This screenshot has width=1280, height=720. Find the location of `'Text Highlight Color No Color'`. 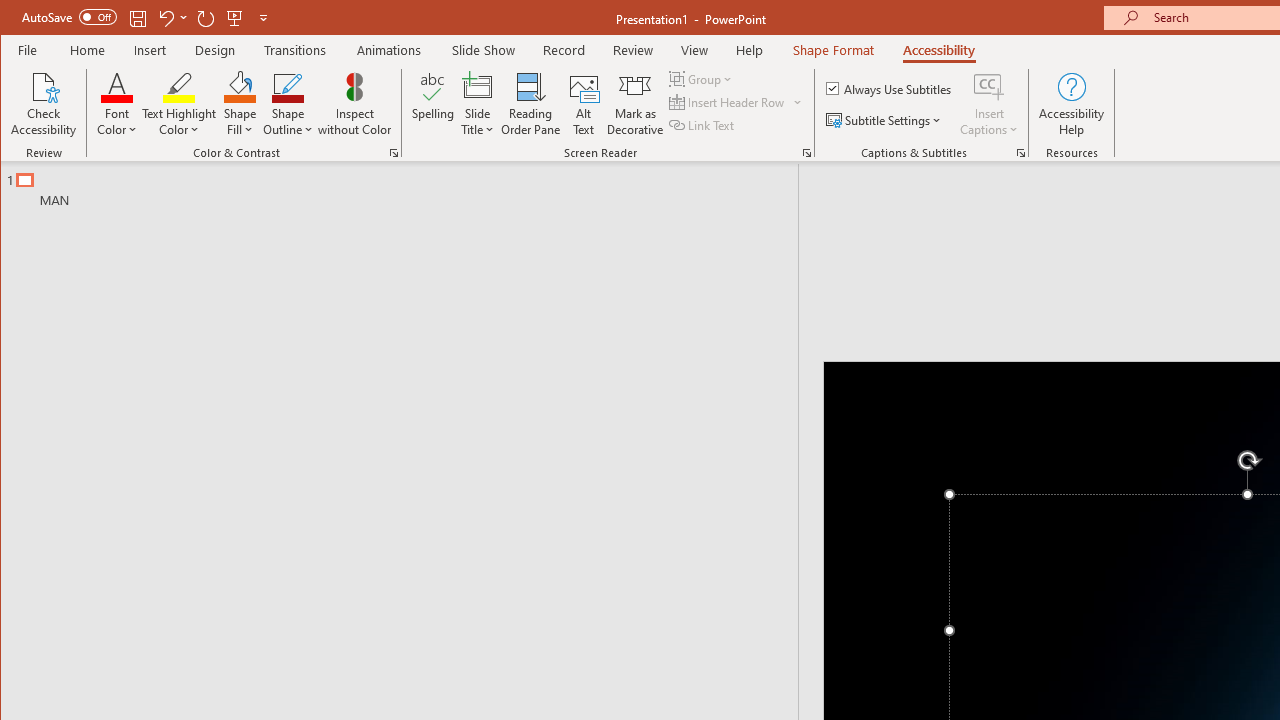

'Text Highlight Color No Color' is located at coordinates (179, 85).